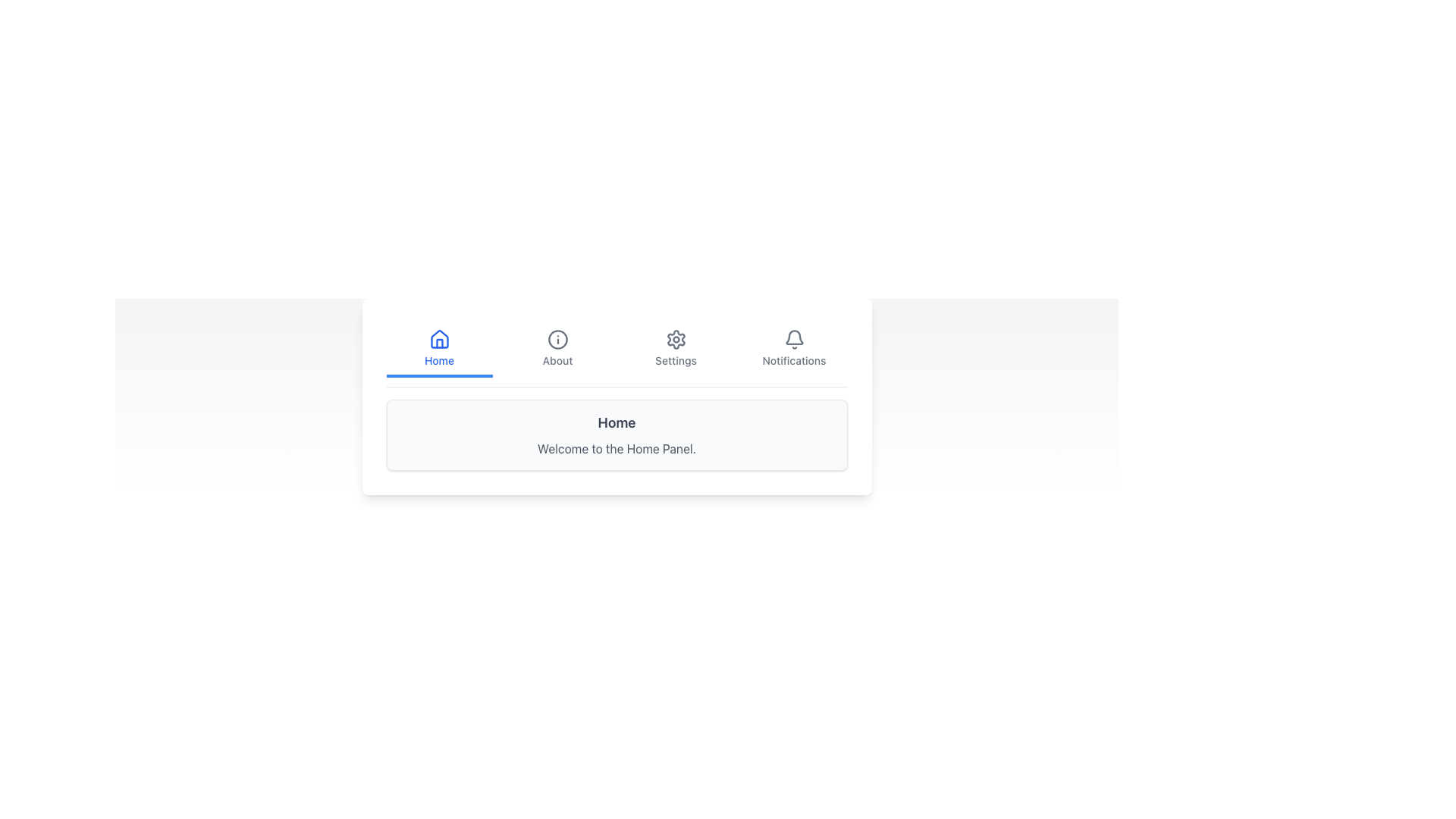  Describe the element at coordinates (557, 360) in the screenshot. I see `text label indicating the section's purpose as 'About', located directly below the informational icon` at that location.